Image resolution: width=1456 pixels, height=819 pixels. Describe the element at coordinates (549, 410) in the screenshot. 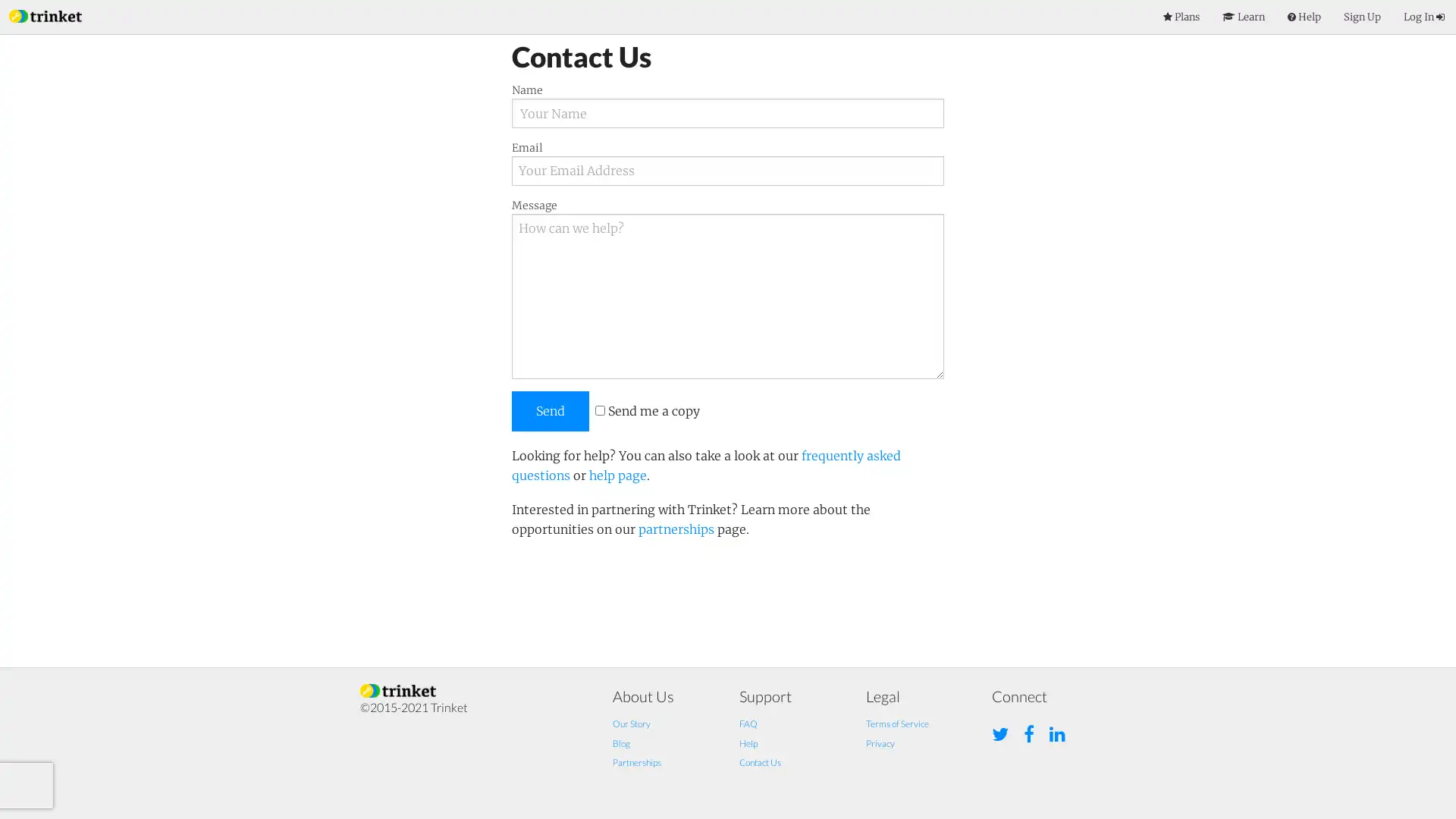

I see `Send` at that location.